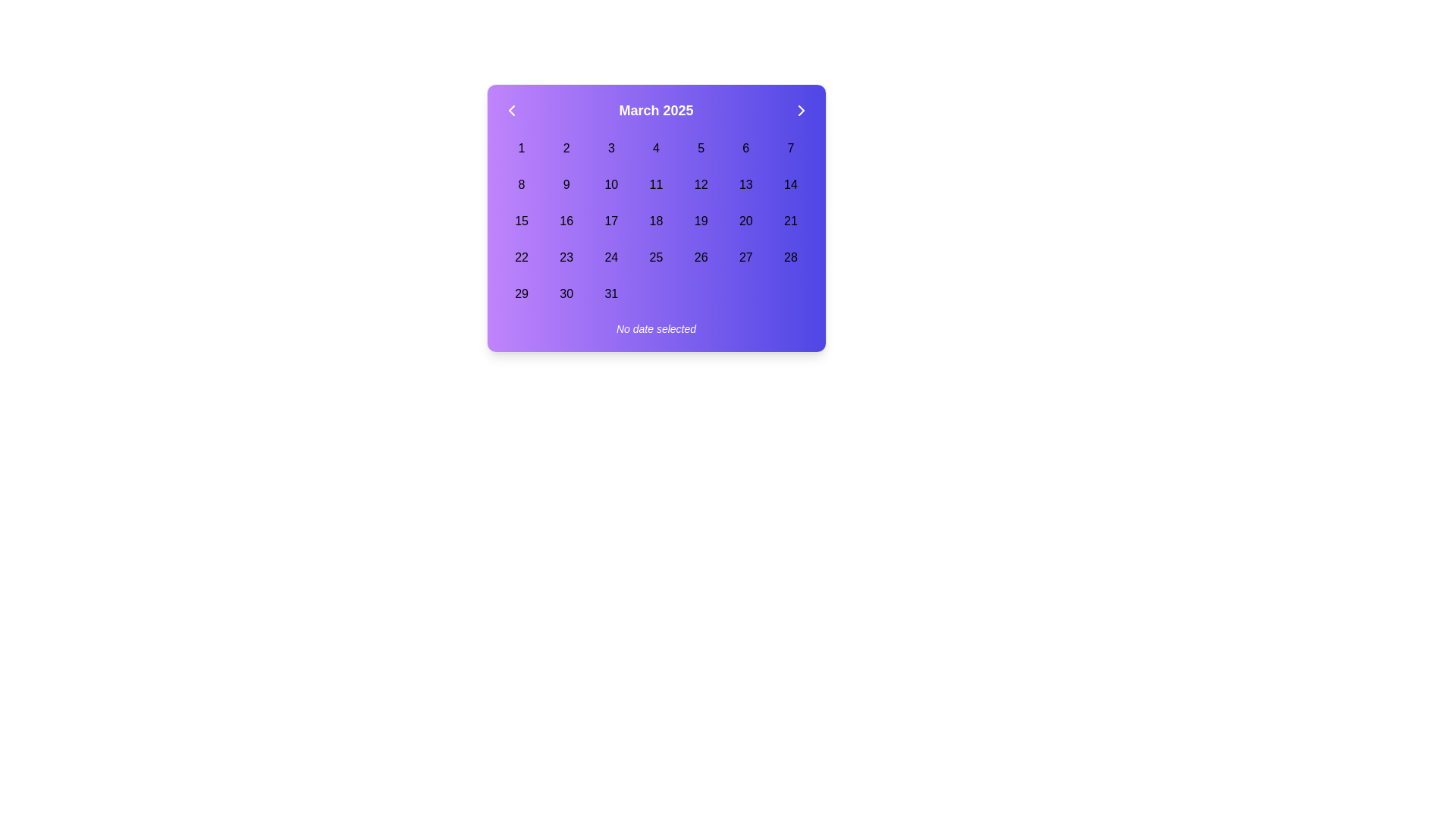 This screenshot has height=819, width=1456. Describe the element at coordinates (656, 184) in the screenshot. I see `the button displaying the number '11' in the calendar grid, located in the 4th column of the 2nd row` at that location.